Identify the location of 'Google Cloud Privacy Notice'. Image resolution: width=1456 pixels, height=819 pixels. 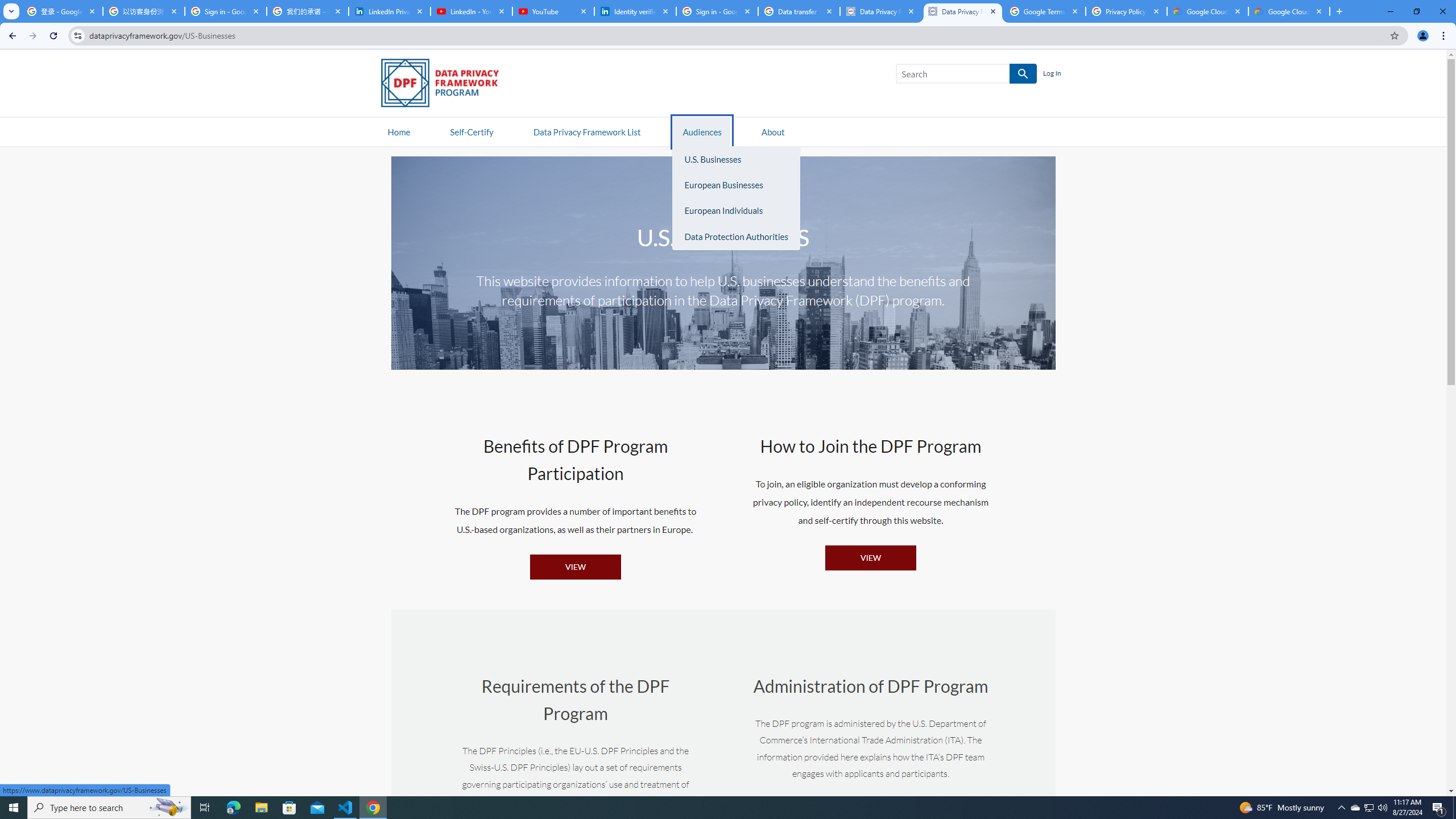
(1207, 11).